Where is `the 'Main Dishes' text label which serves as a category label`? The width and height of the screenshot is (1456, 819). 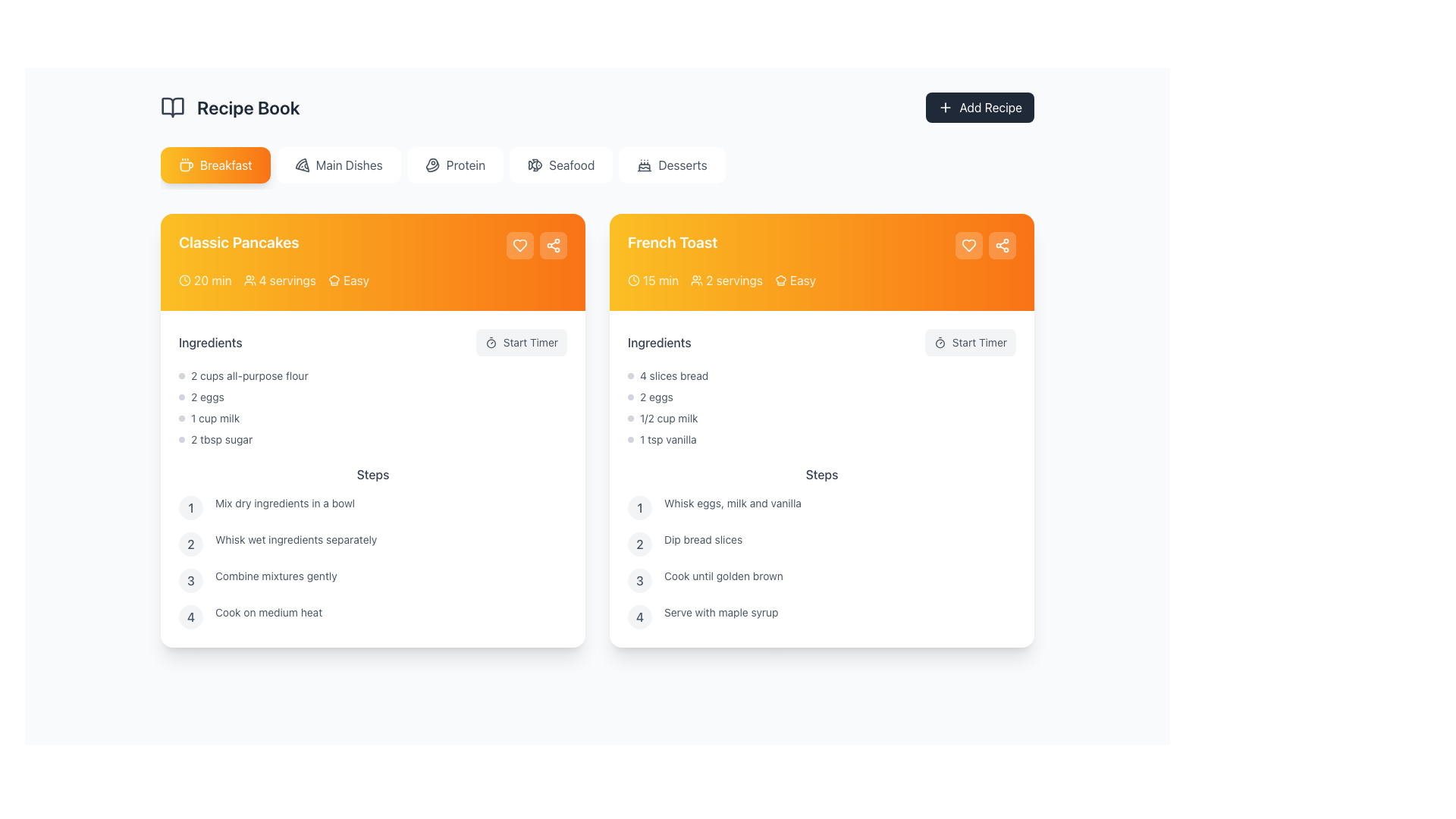
the 'Main Dishes' text label which serves as a category label is located at coordinates (348, 165).